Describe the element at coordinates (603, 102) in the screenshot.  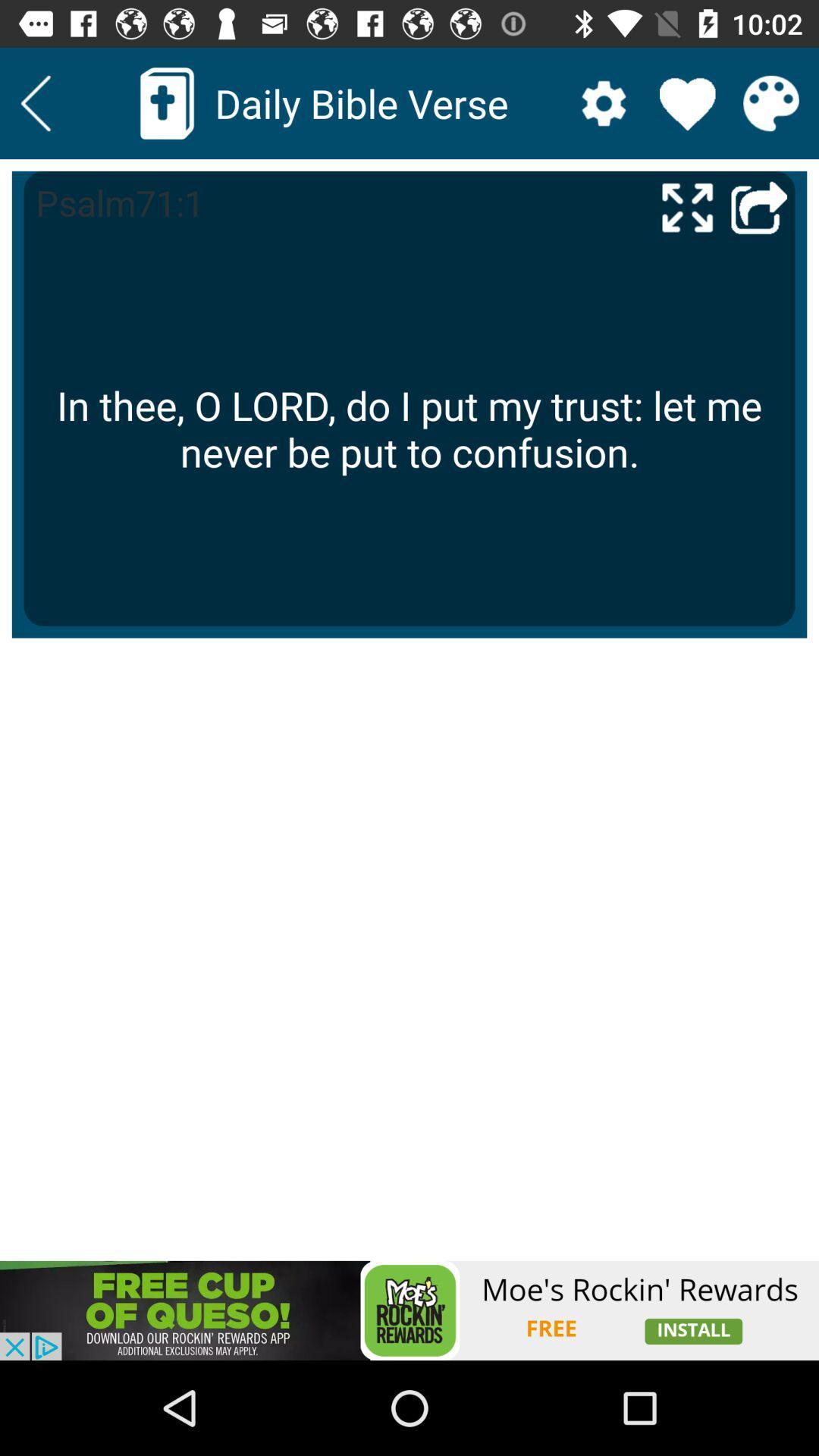
I see `options menu` at that location.